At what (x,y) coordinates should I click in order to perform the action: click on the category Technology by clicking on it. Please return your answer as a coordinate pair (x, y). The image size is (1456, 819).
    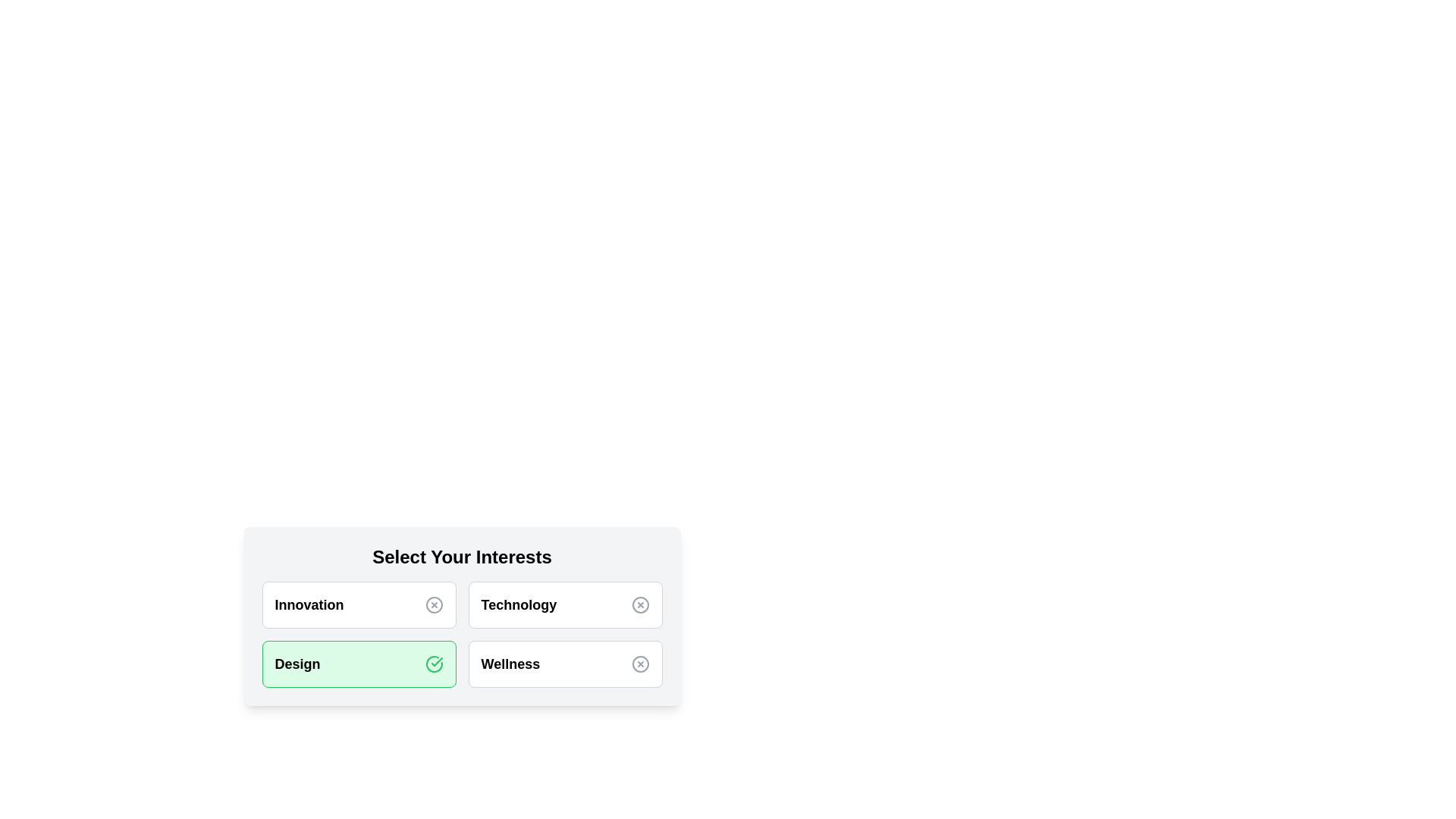
    Looking at the image, I should click on (564, 604).